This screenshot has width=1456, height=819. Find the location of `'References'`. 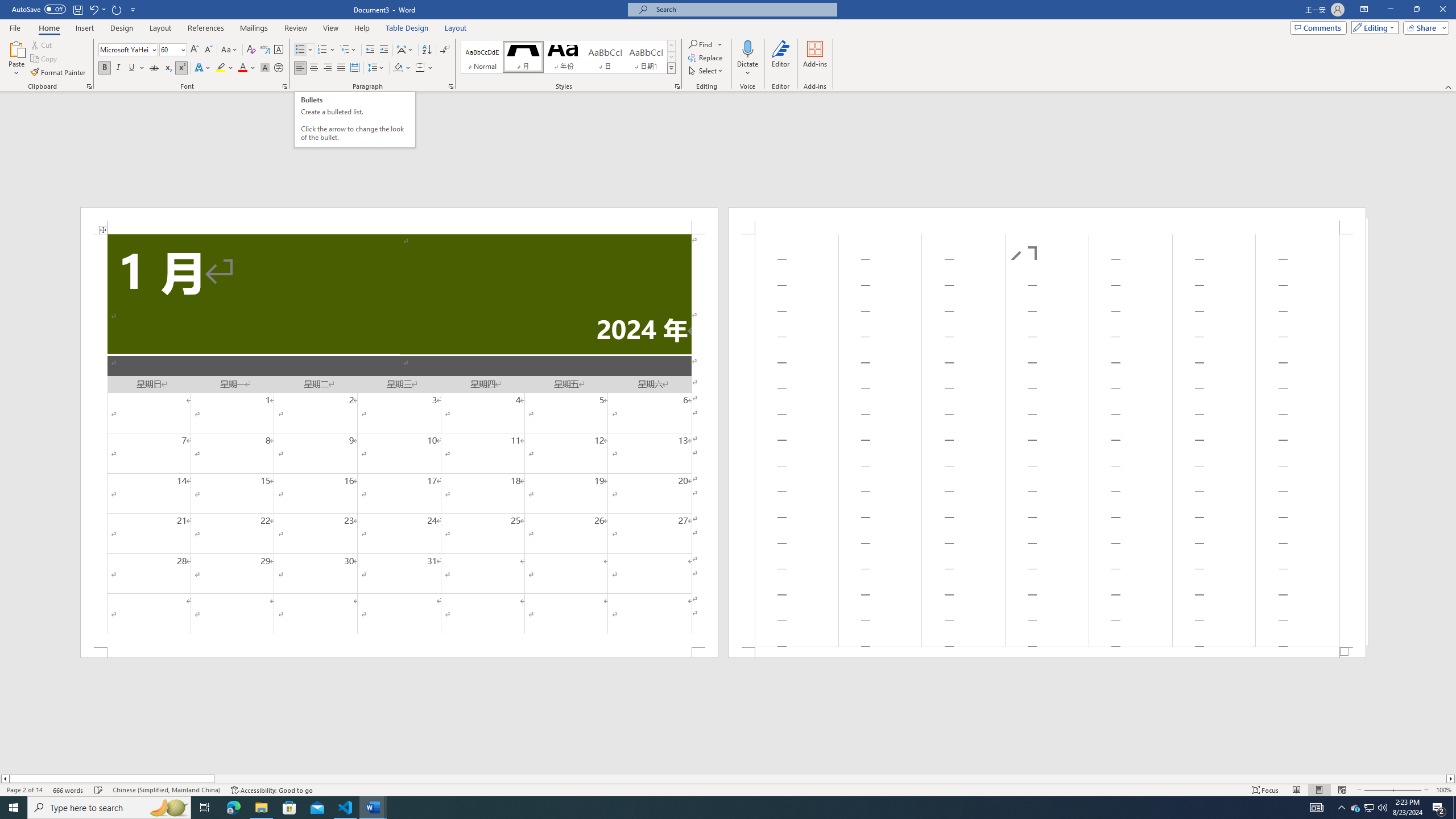

'References' is located at coordinates (206, 28).